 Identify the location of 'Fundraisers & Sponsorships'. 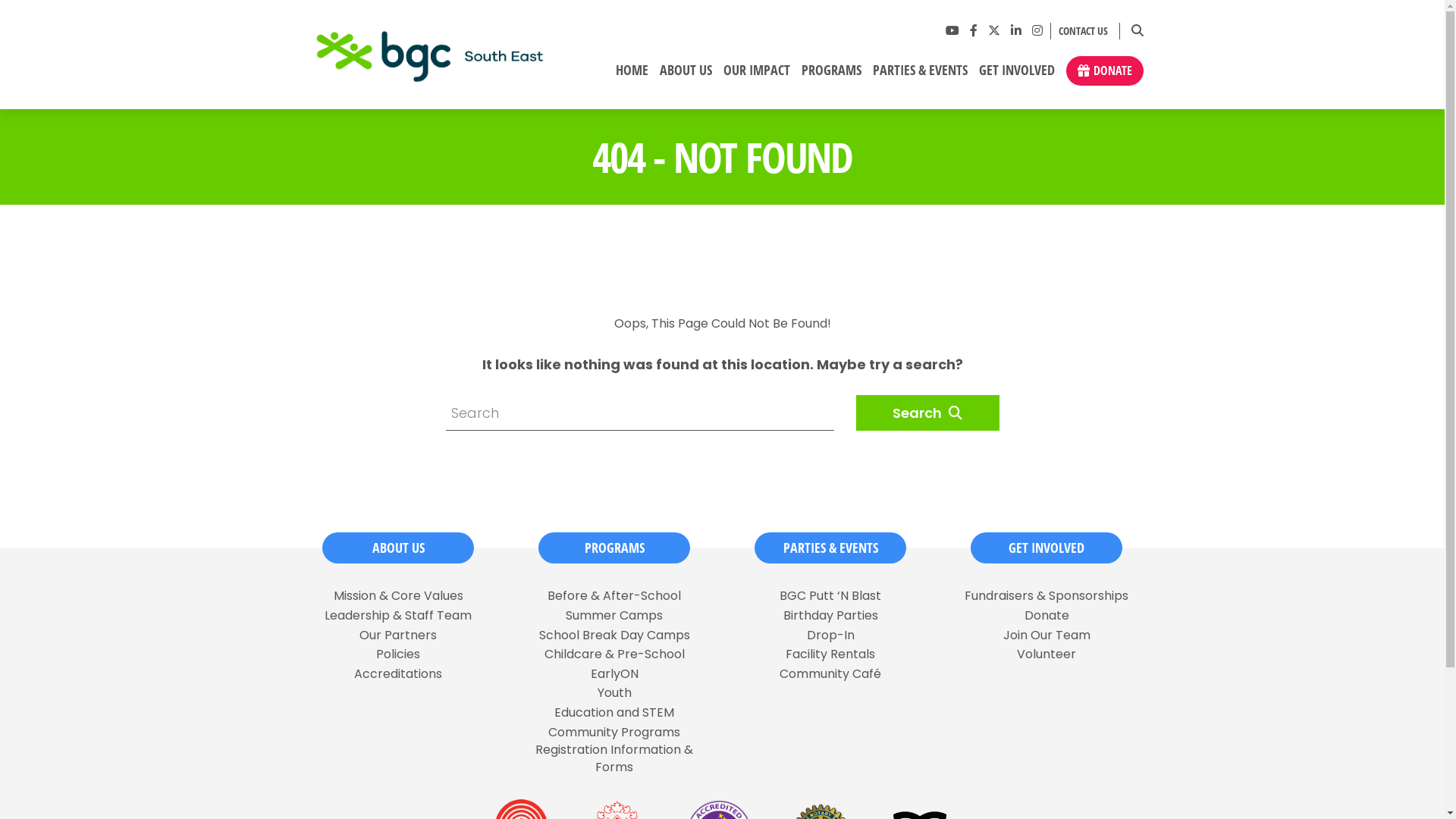
(1046, 595).